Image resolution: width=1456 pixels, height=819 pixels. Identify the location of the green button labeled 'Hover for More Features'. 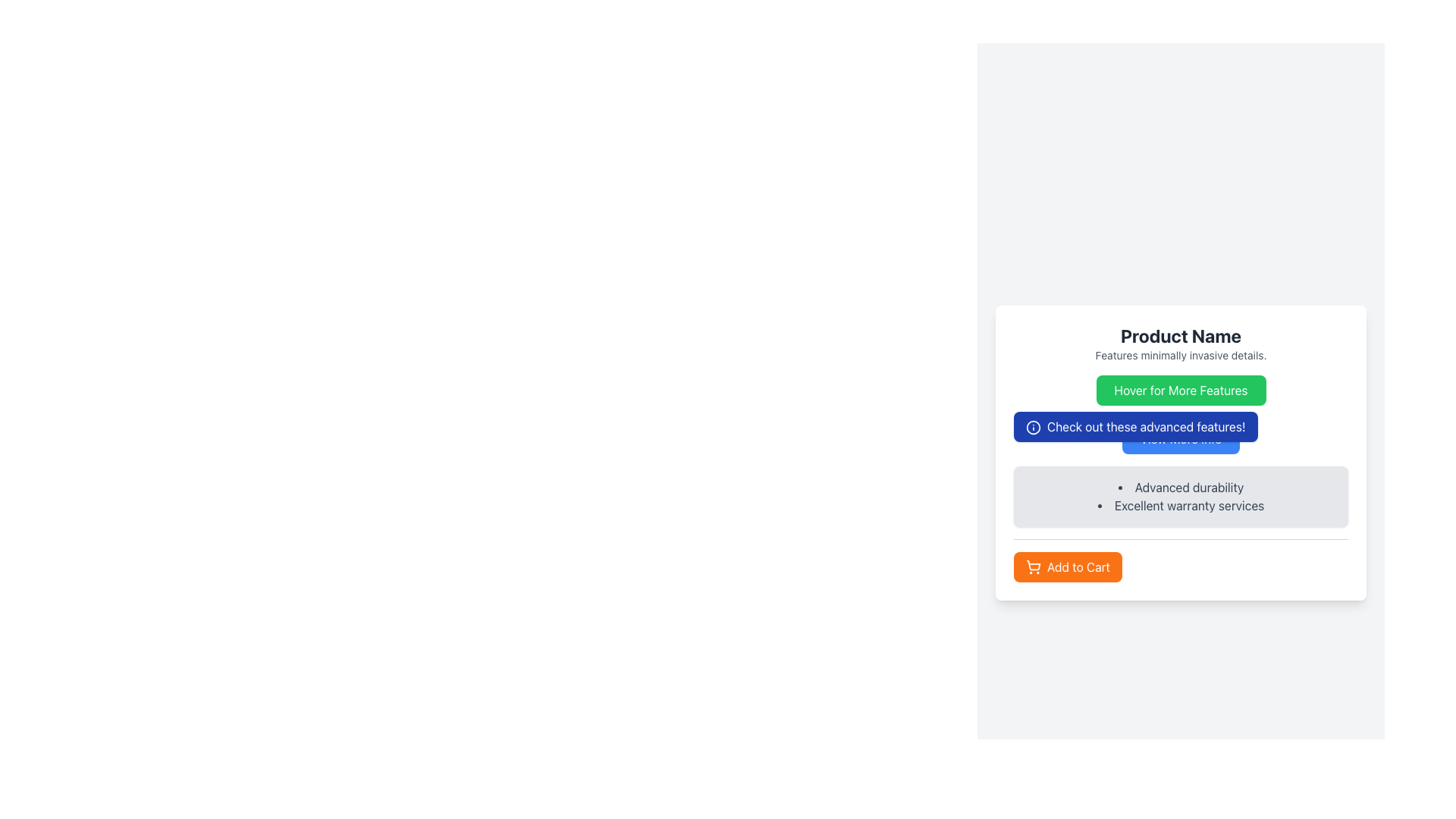
(1180, 389).